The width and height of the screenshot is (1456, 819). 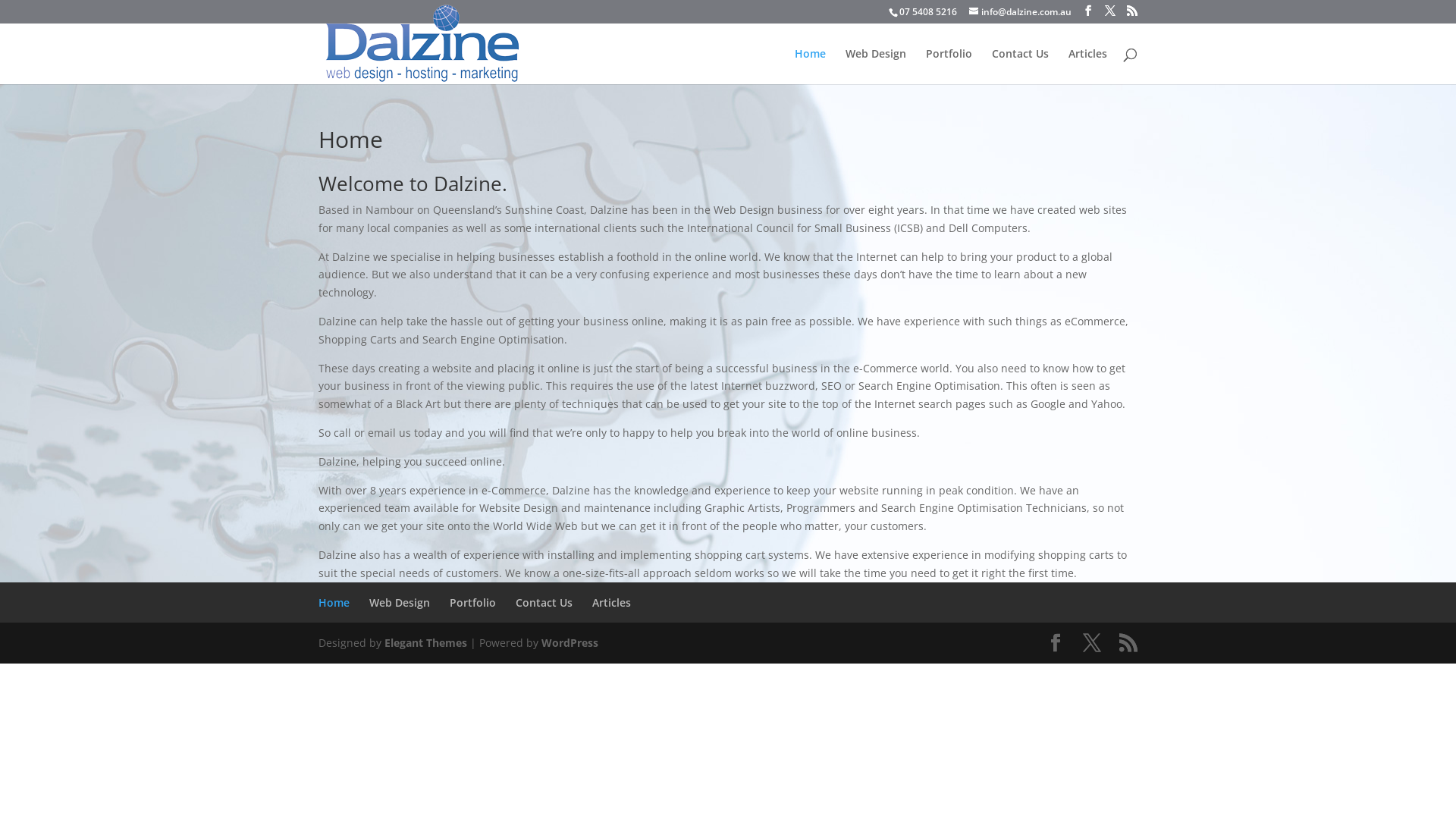 What do you see at coordinates (472, 601) in the screenshot?
I see `'Portfolio'` at bounding box center [472, 601].